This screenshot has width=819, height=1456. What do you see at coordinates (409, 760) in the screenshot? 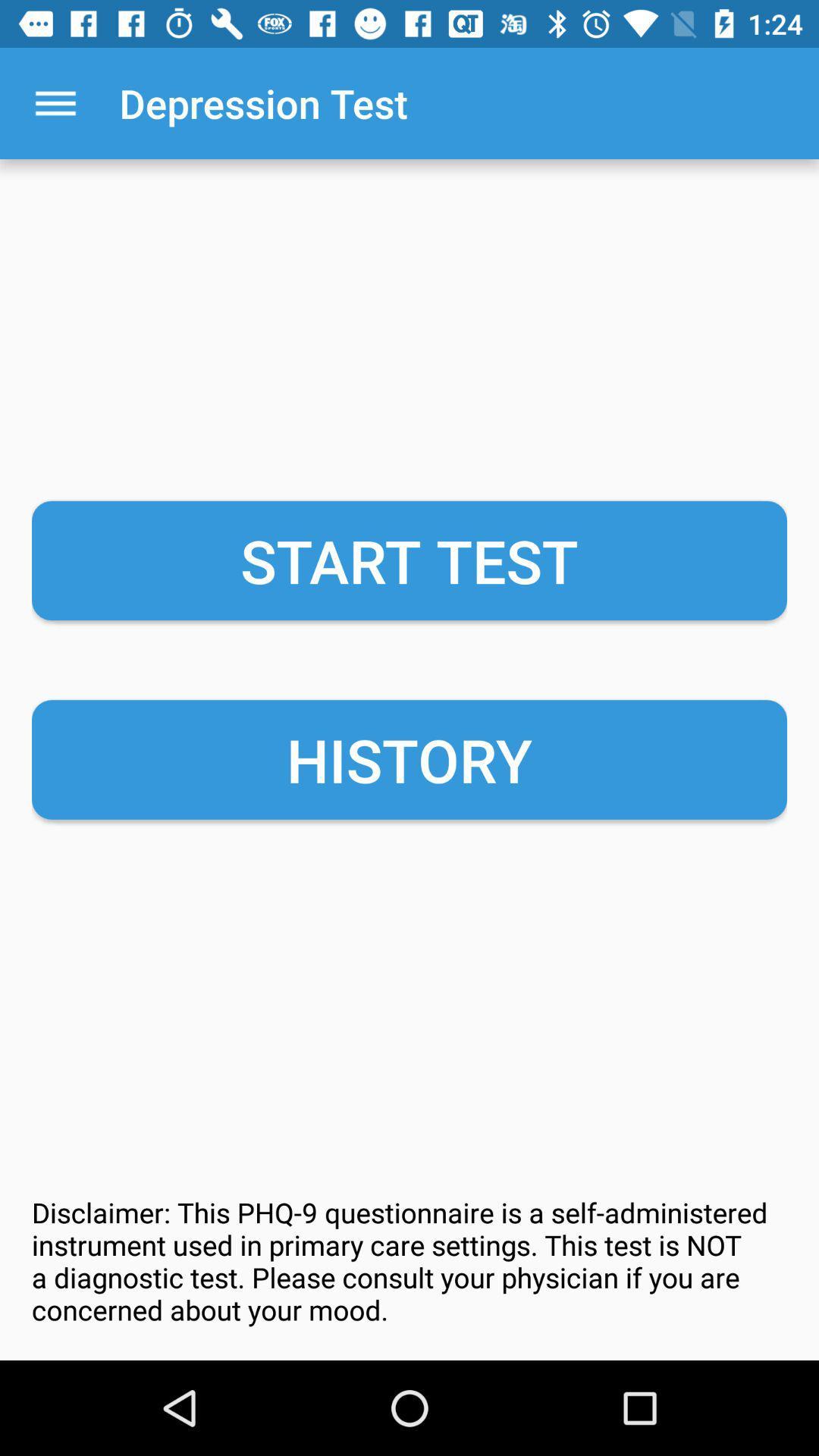
I see `button below start test button` at bounding box center [409, 760].